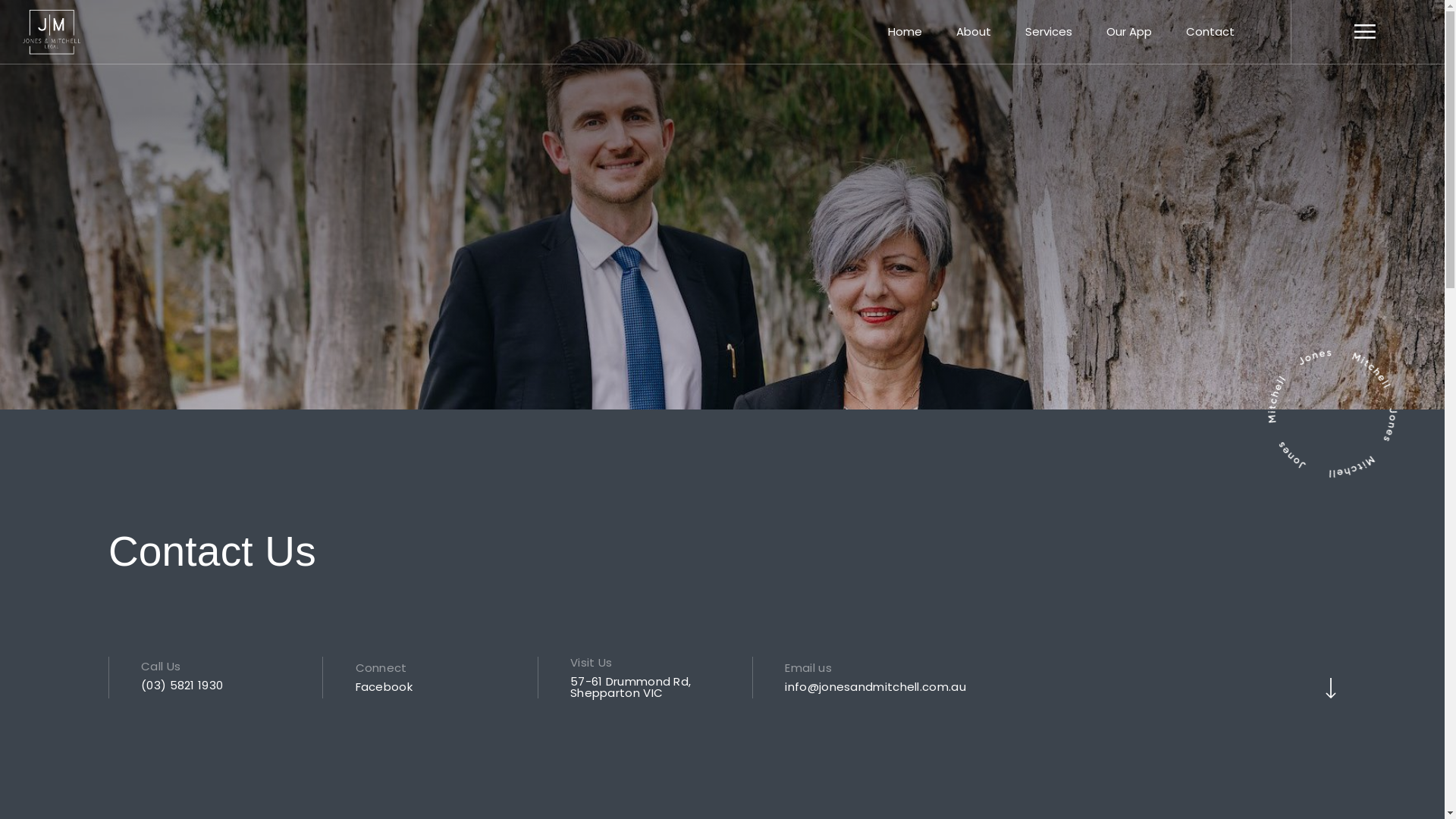 Image resolution: width=1456 pixels, height=819 pixels. I want to click on 'Contact', so click(1210, 32).